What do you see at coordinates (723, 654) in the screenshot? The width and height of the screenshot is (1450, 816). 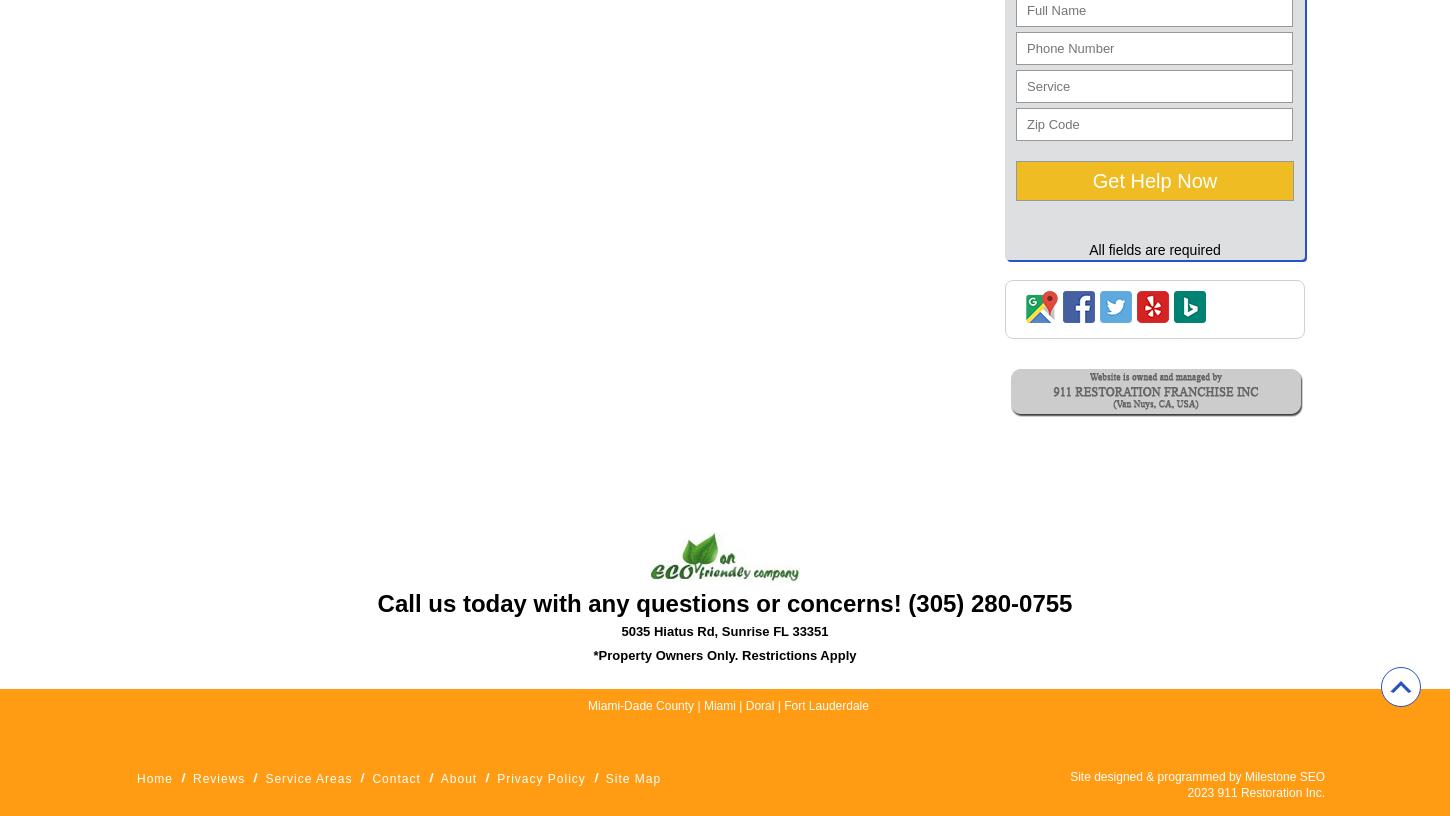 I see `'*Property Owners Only. Restrictions Apply'` at bounding box center [723, 654].